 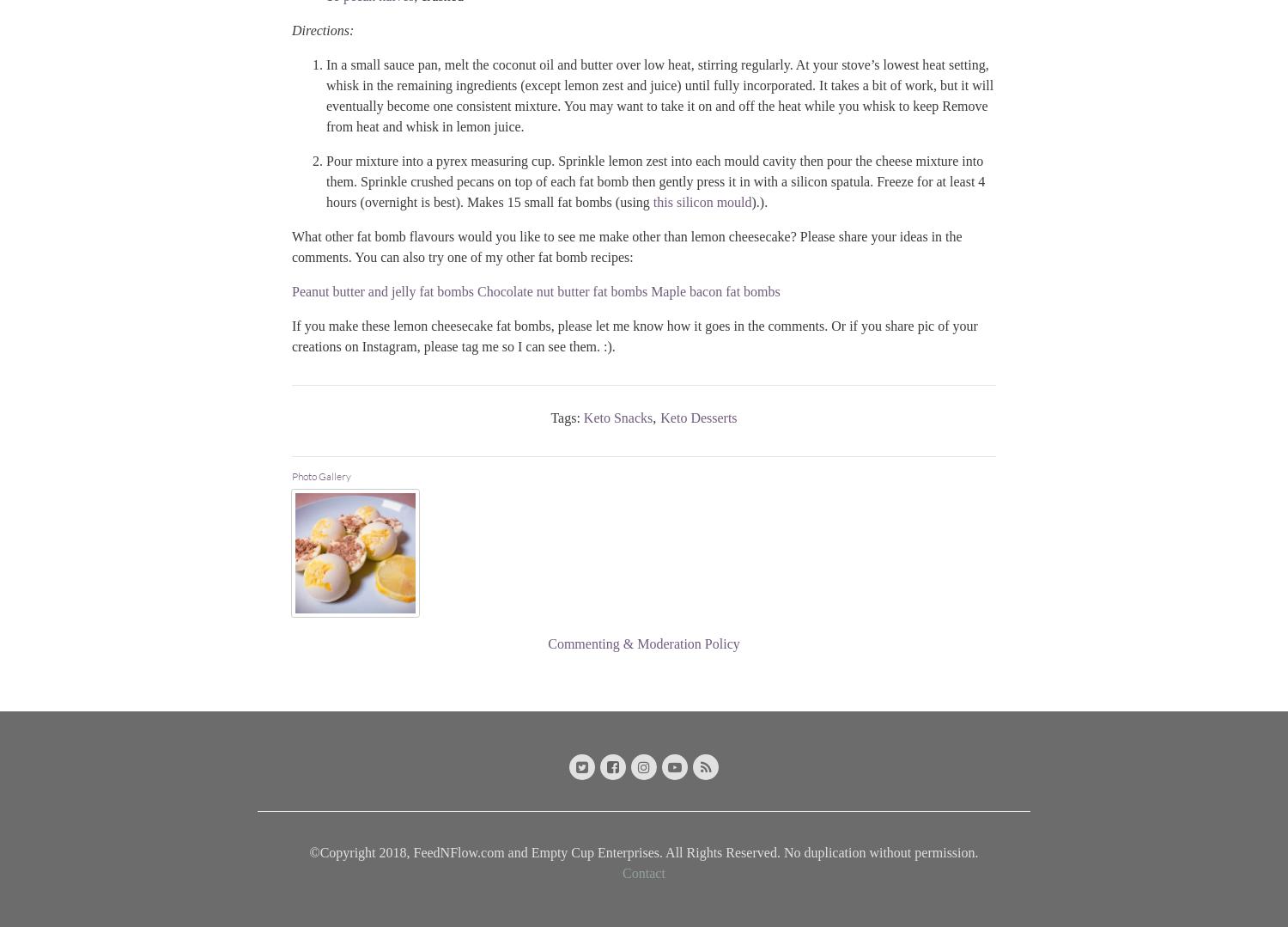 What do you see at coordinates (759, 200) in the screenshot?
I see `').).'` at bounding box center [759, 200].